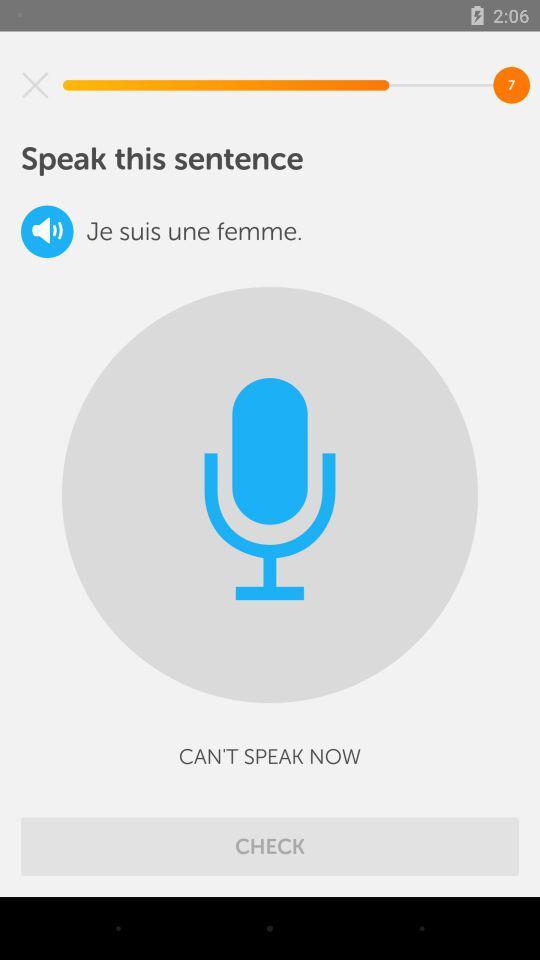 This screenshot has width=540, height=960. What do you see at coordinates (47, 231) in the screenshot?
I see `item to the left of the je icon` at bounding box center [47, 231].